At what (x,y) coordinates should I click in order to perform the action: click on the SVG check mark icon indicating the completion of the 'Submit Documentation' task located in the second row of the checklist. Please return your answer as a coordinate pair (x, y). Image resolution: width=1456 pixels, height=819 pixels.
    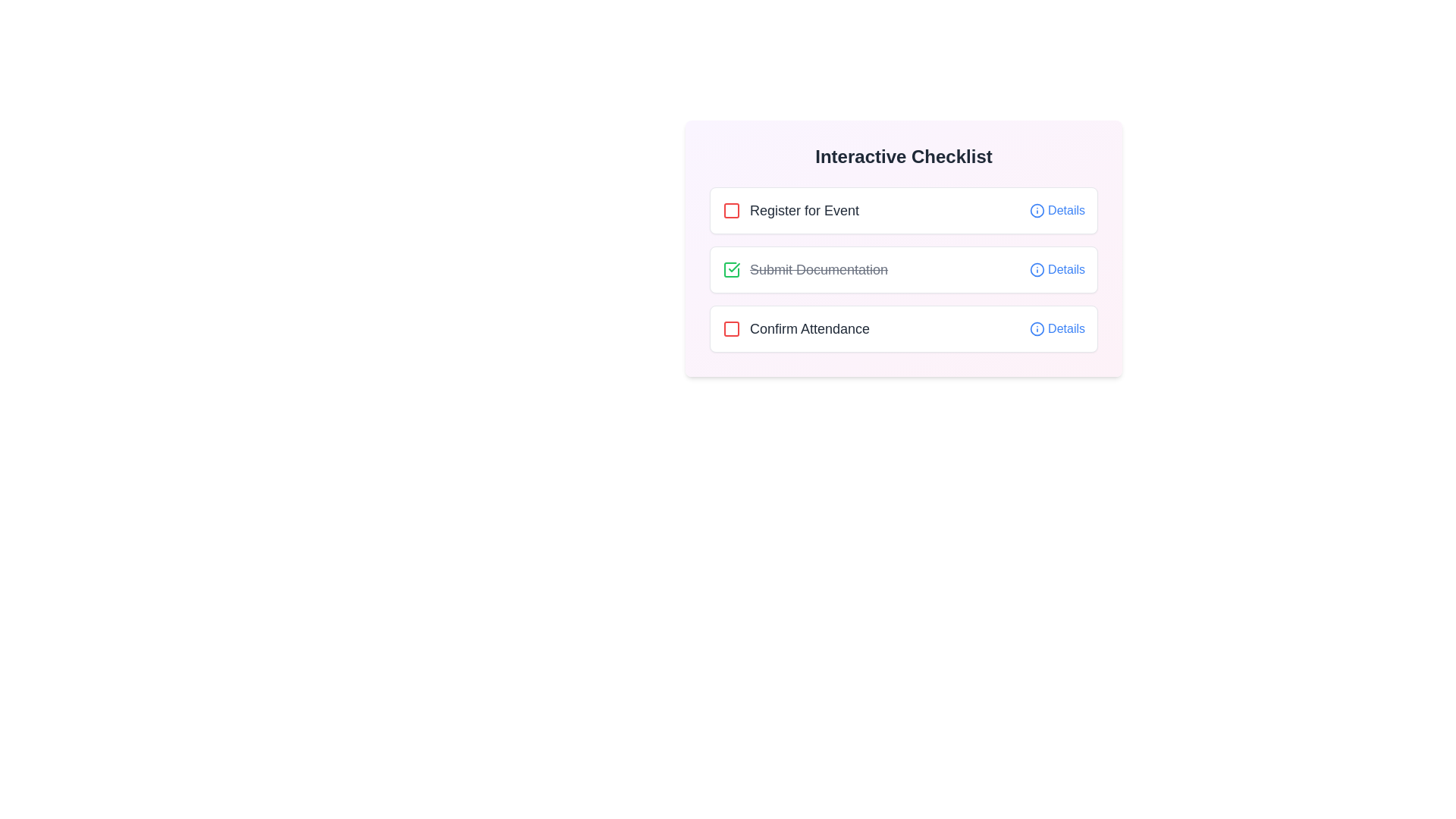
    Looking at the image, I should click on (734, 267).